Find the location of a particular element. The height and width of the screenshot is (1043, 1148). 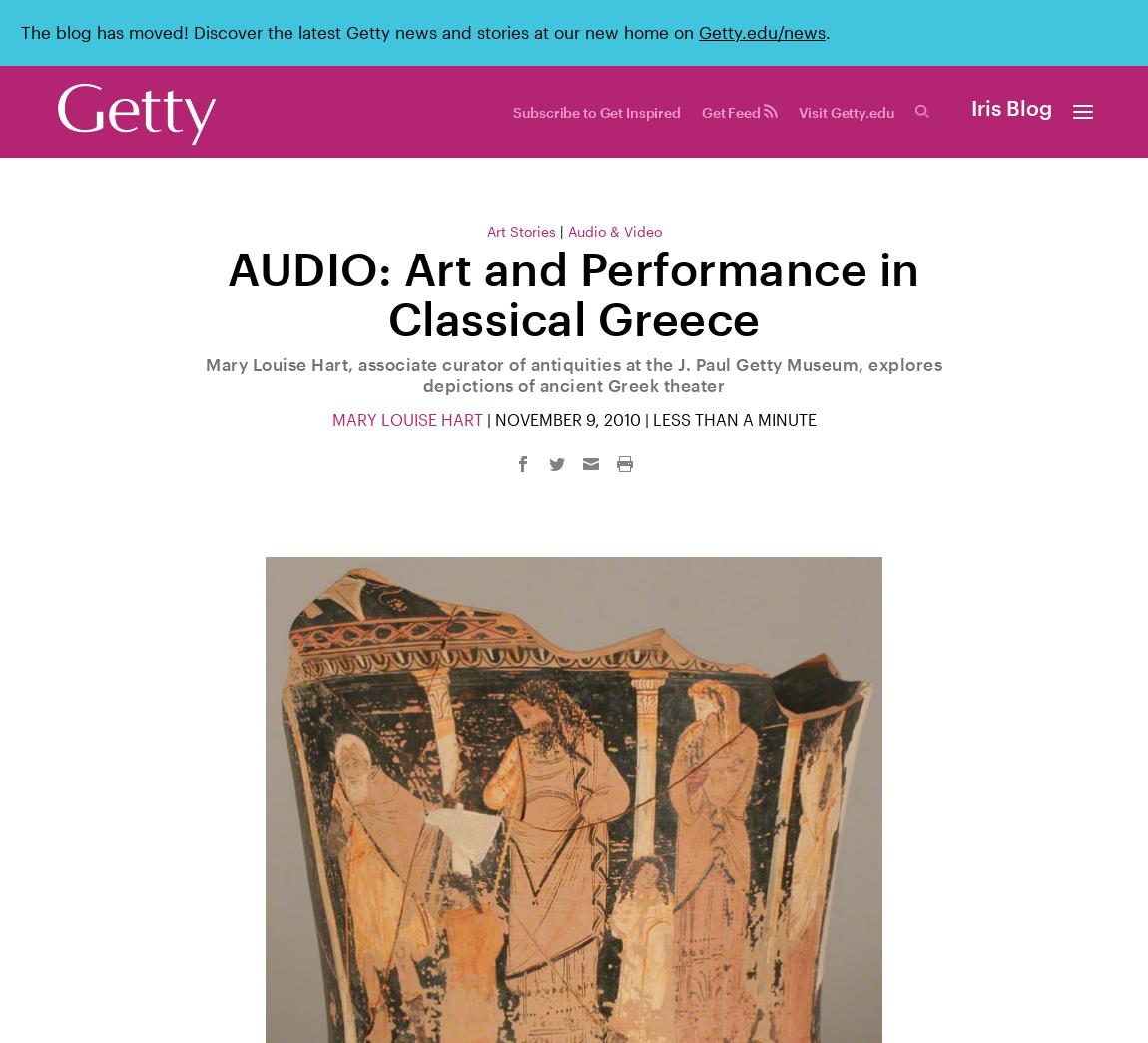

'The blog has moved! Discover the latest Getty news and stories at our new home on' is located at coordinates (359, 31).